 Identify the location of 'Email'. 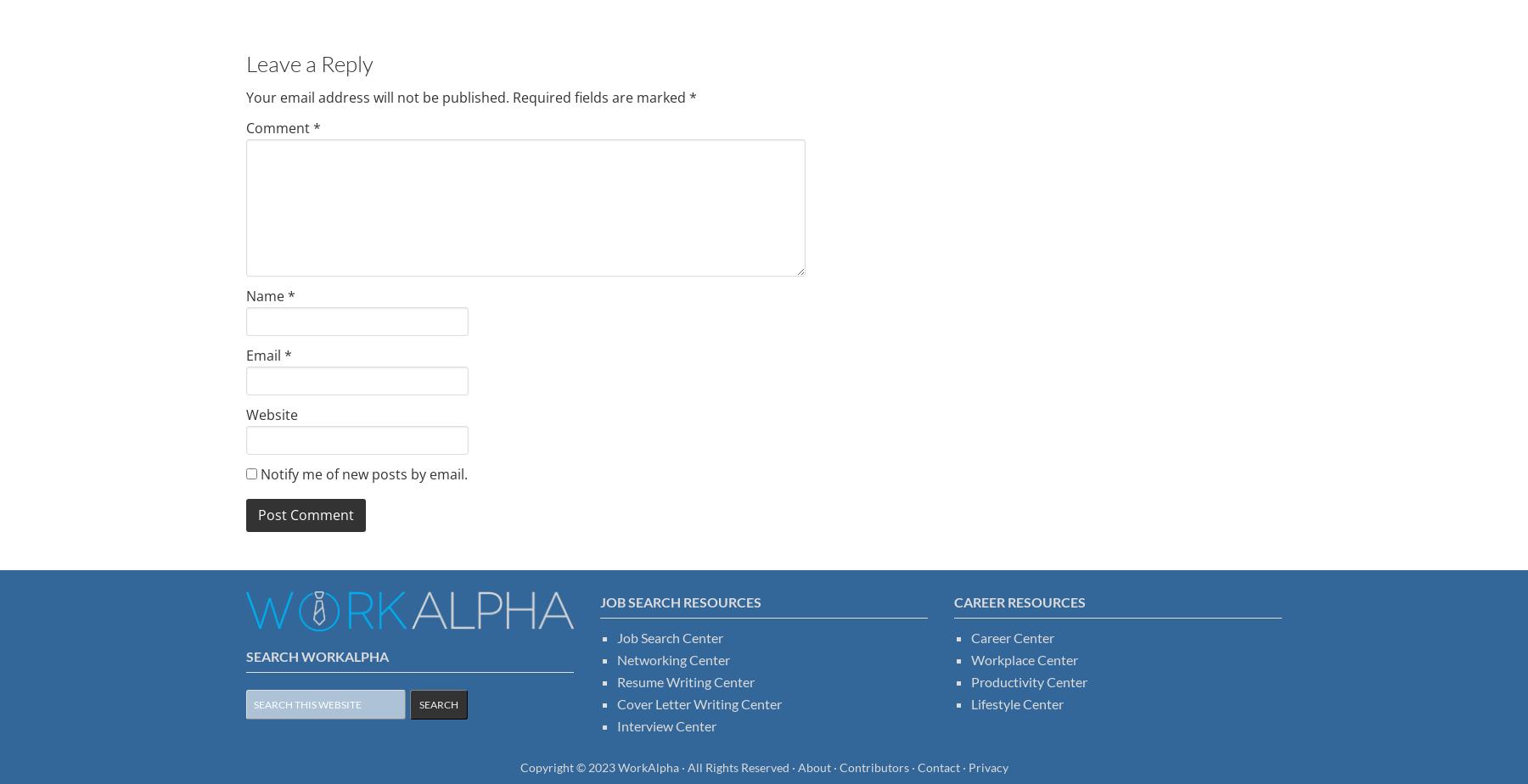
(264, 355).